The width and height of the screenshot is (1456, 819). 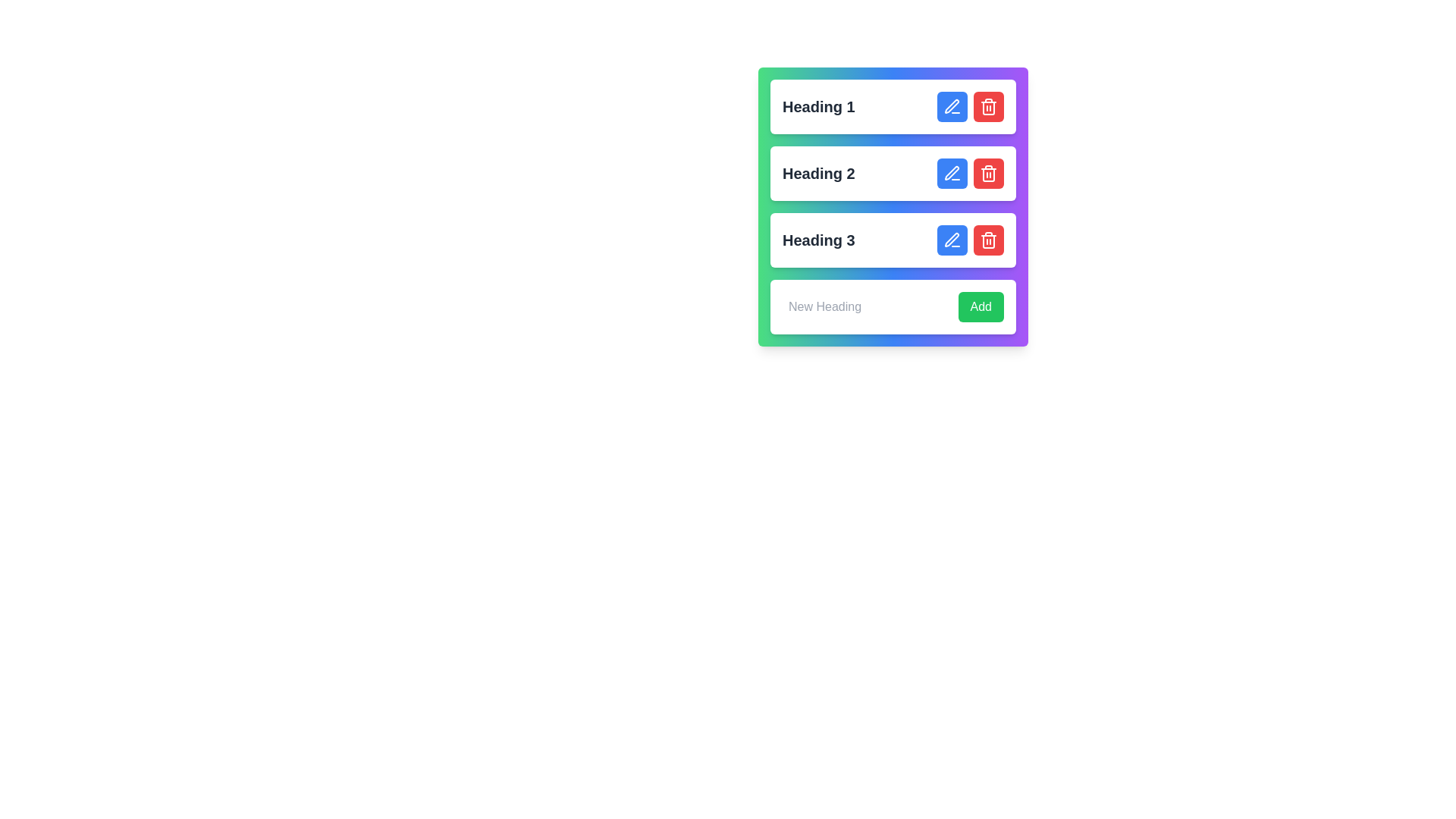 What do you see at coordinates (989, 172) in the screenshot?
I see `the trash can icon button with a red background` at bounding box center [989, 172].